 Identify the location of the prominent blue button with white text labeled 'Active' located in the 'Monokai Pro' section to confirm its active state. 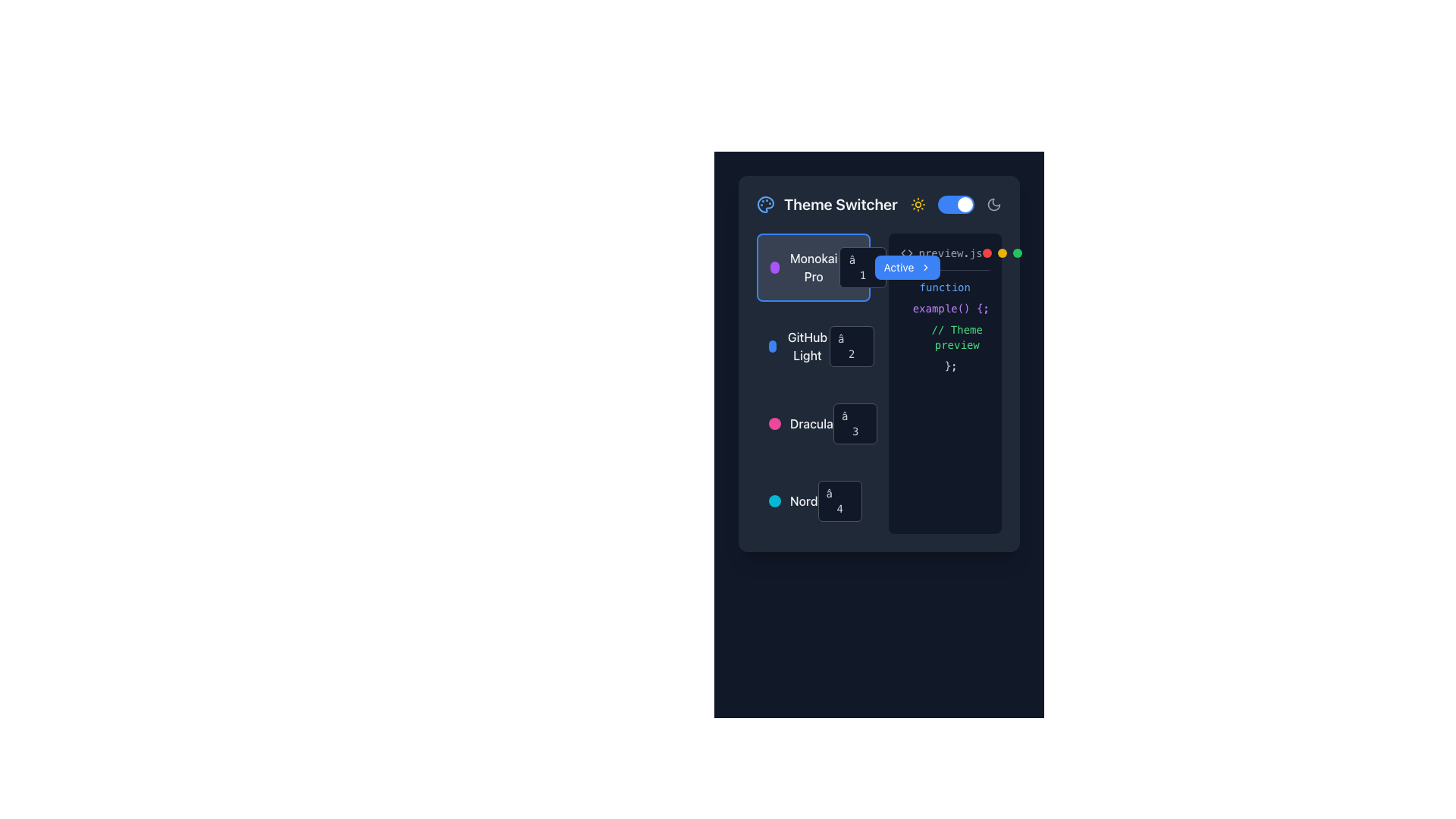
(907, 267).